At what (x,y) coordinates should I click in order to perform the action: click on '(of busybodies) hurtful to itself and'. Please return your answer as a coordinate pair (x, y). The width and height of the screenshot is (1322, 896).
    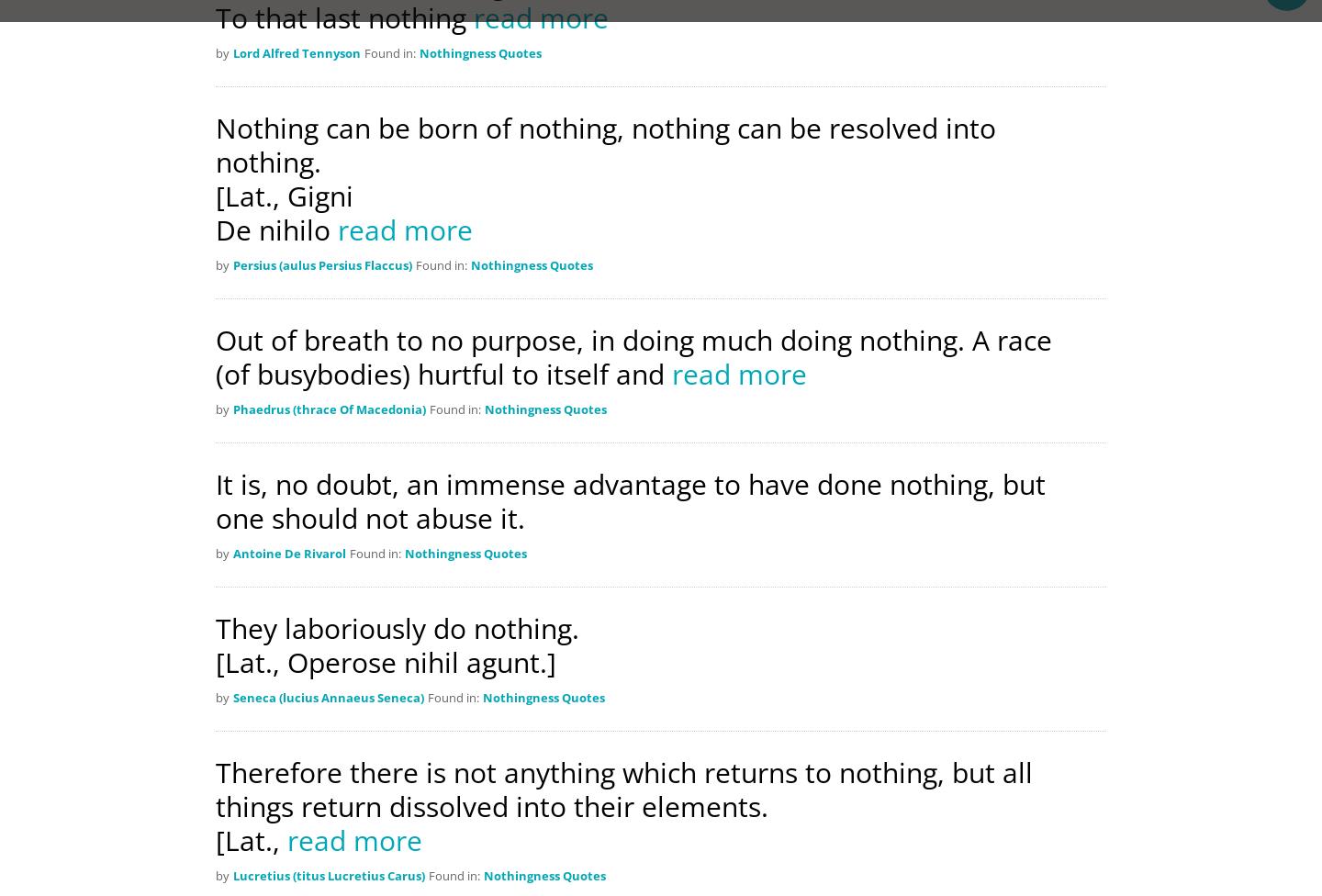
    Looking at the image, I should click on (443, 373).